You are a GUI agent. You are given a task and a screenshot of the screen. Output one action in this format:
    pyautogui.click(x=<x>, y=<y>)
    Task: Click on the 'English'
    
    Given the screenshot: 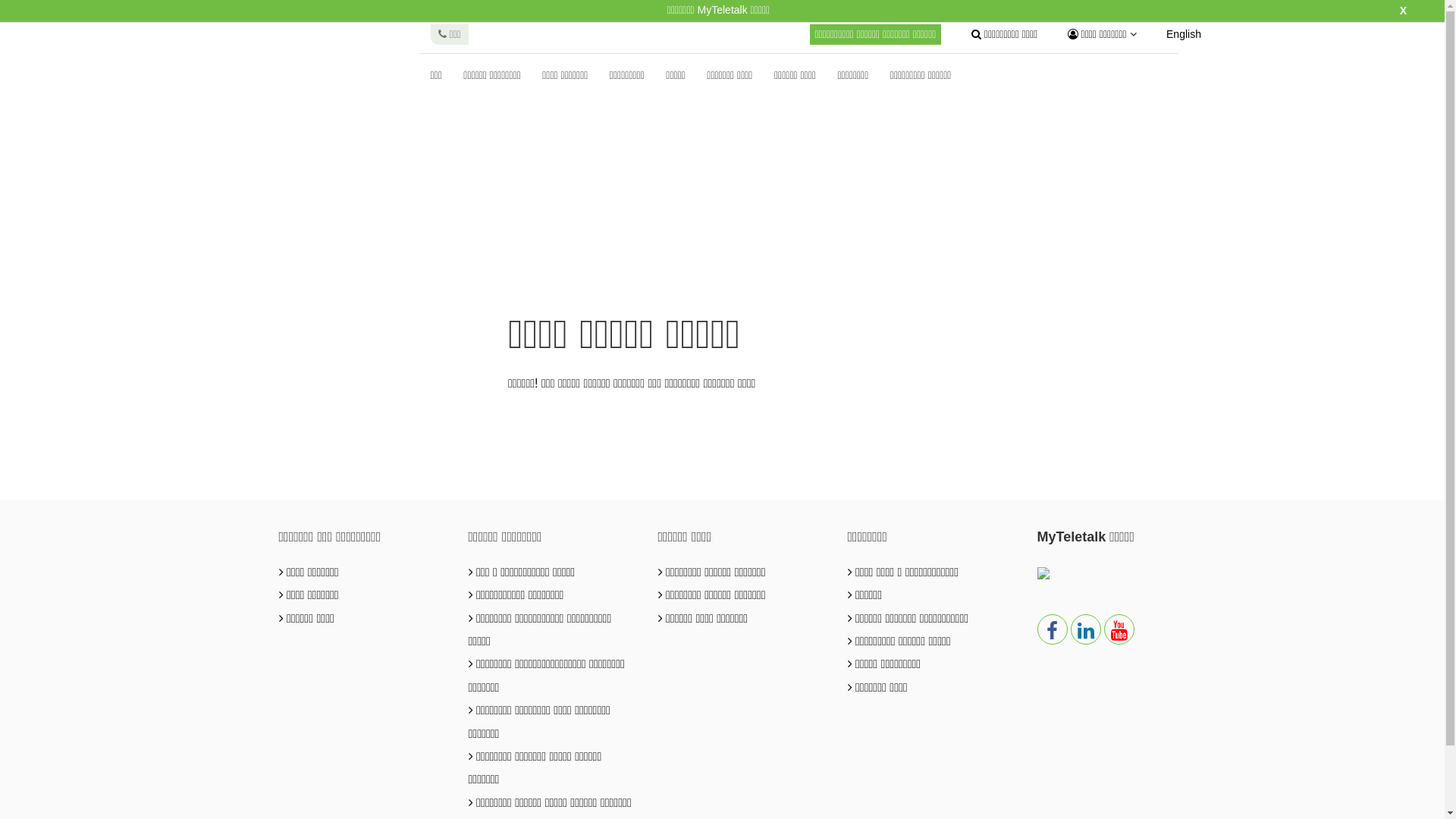 What is the action you would take?
    pyautogui.click(x=1182, y=34)
    